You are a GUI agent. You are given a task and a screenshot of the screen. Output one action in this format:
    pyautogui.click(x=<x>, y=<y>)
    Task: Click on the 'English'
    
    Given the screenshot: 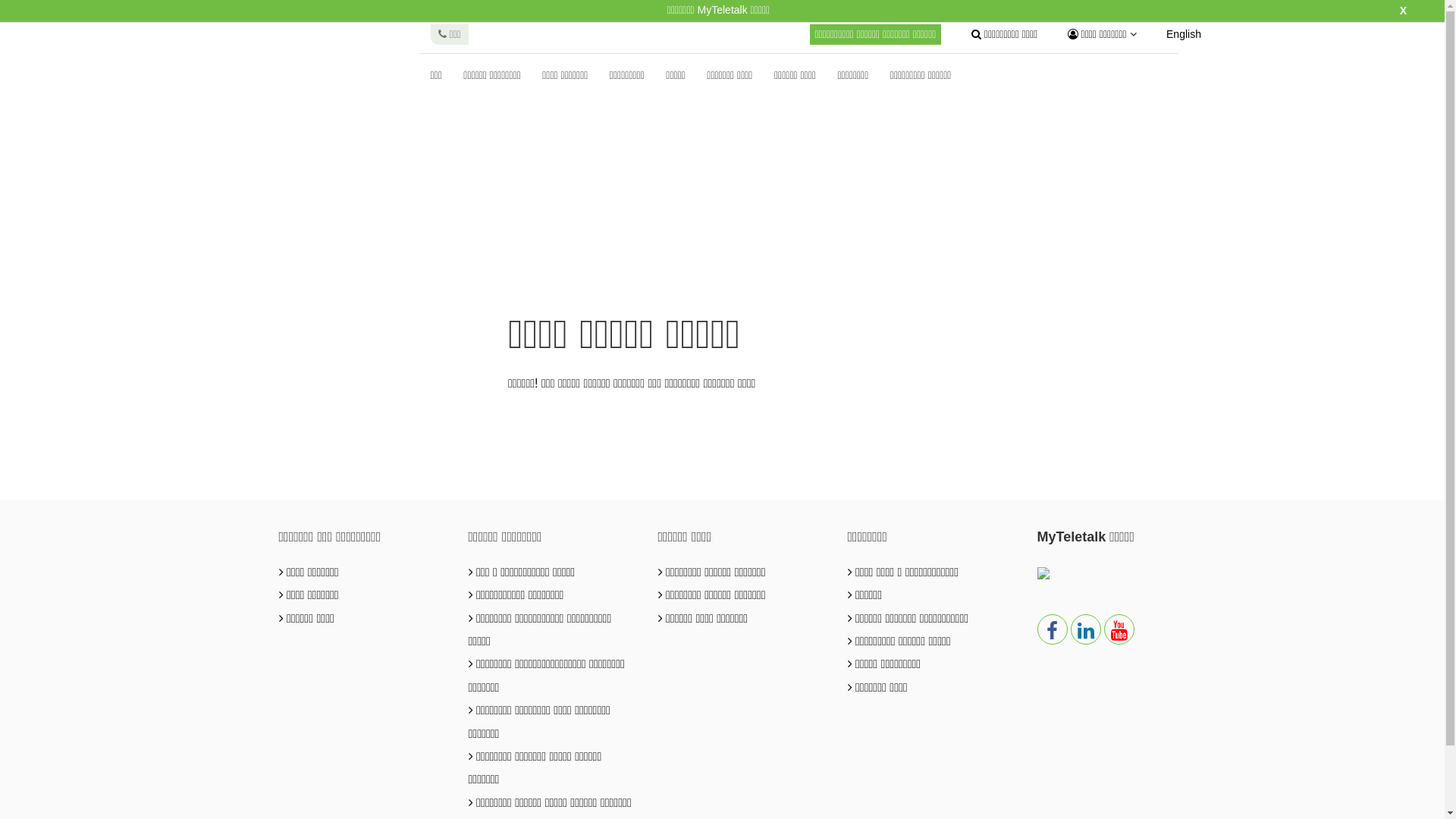 What is the action you would take?
    pyautogui.click(x=1182, y=34)
    